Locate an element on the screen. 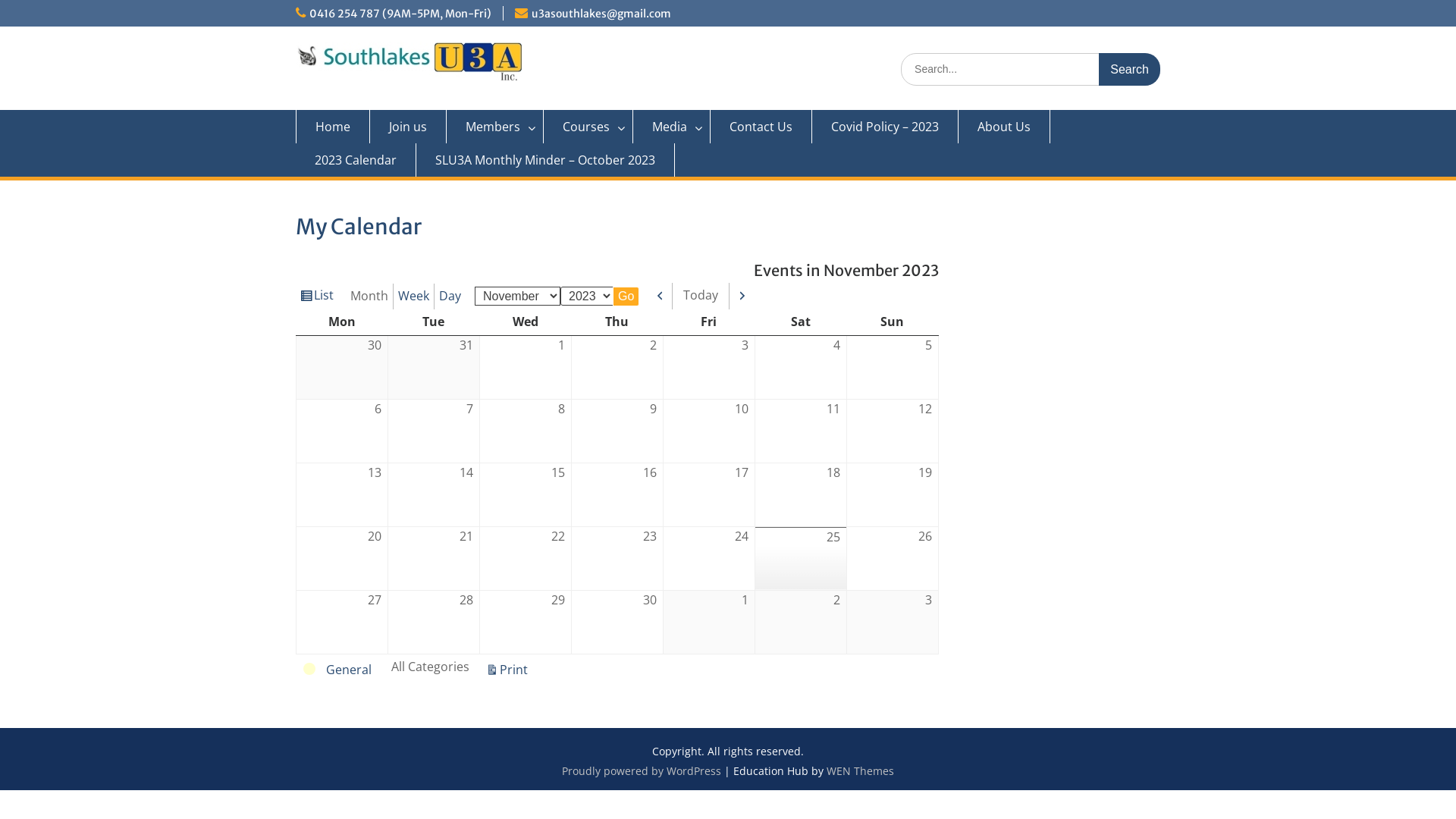 Image resolution: width=1456 pixels, height=819 pixels. '  General' is located at coordinates (337, 669).